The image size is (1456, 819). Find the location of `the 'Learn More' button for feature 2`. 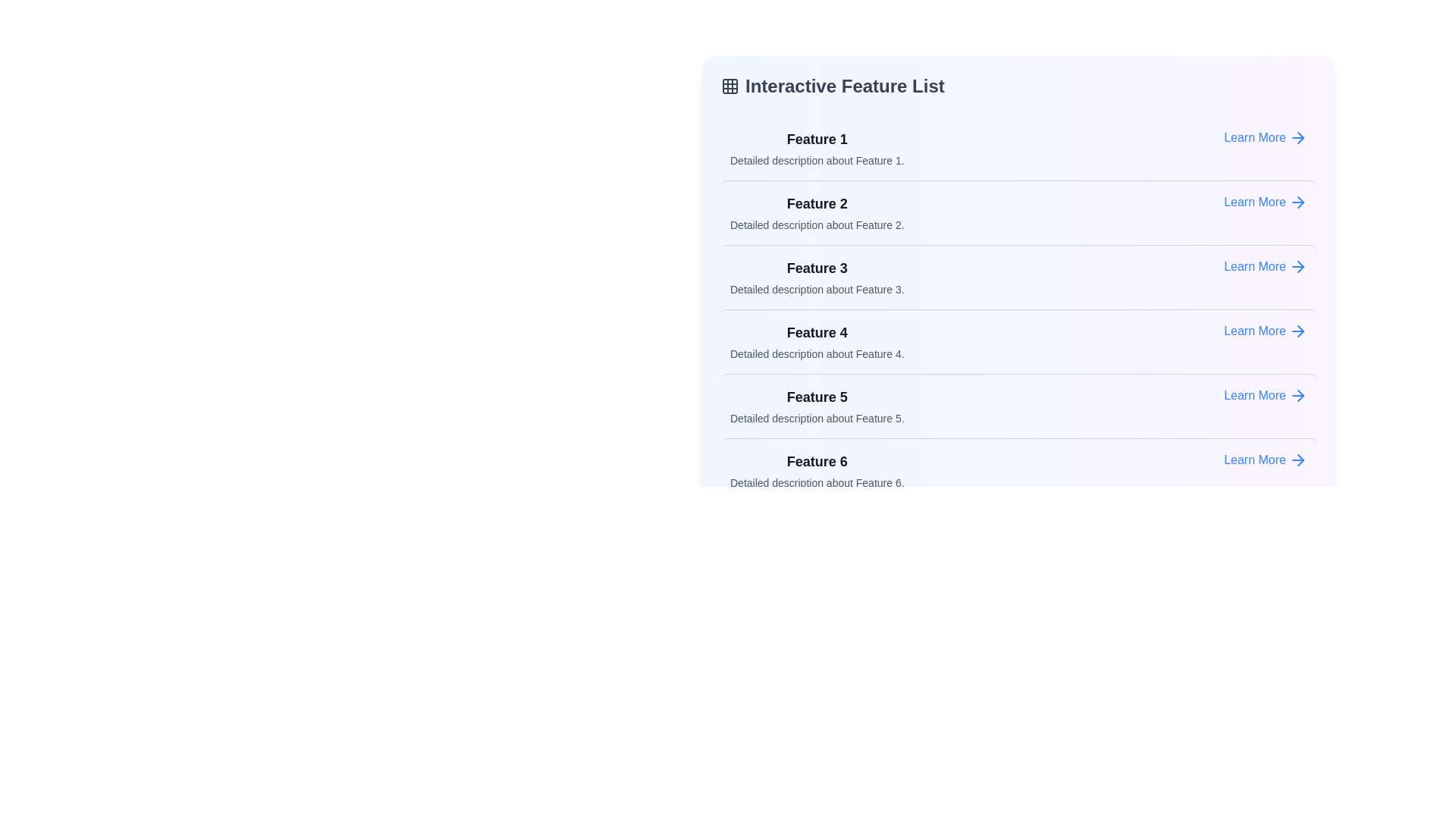

the 'Learn More' button for feature 2 is located at coordinates (1266, 201).